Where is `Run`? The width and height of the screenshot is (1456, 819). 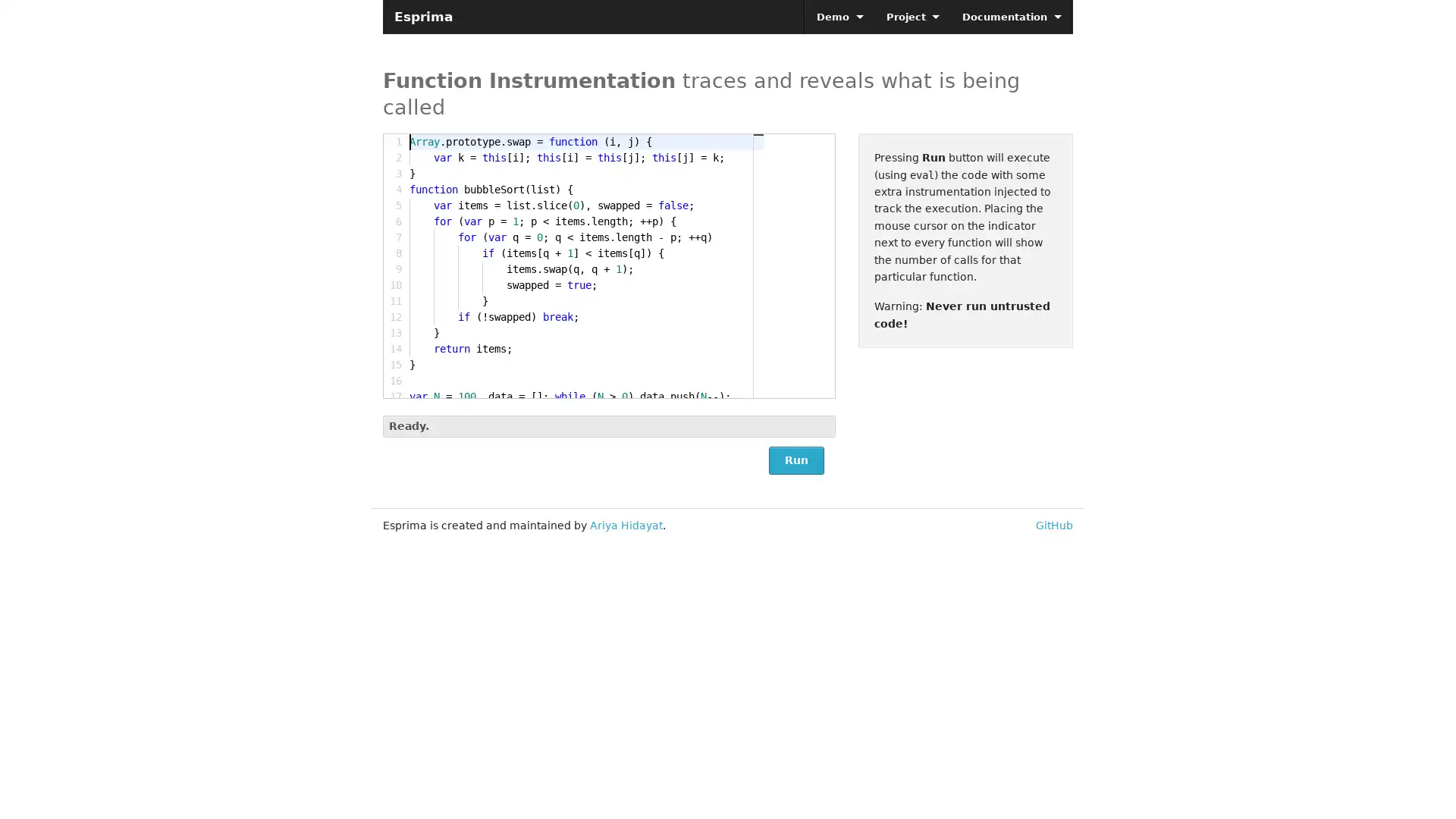 Run is located at coordinates (795, 460).